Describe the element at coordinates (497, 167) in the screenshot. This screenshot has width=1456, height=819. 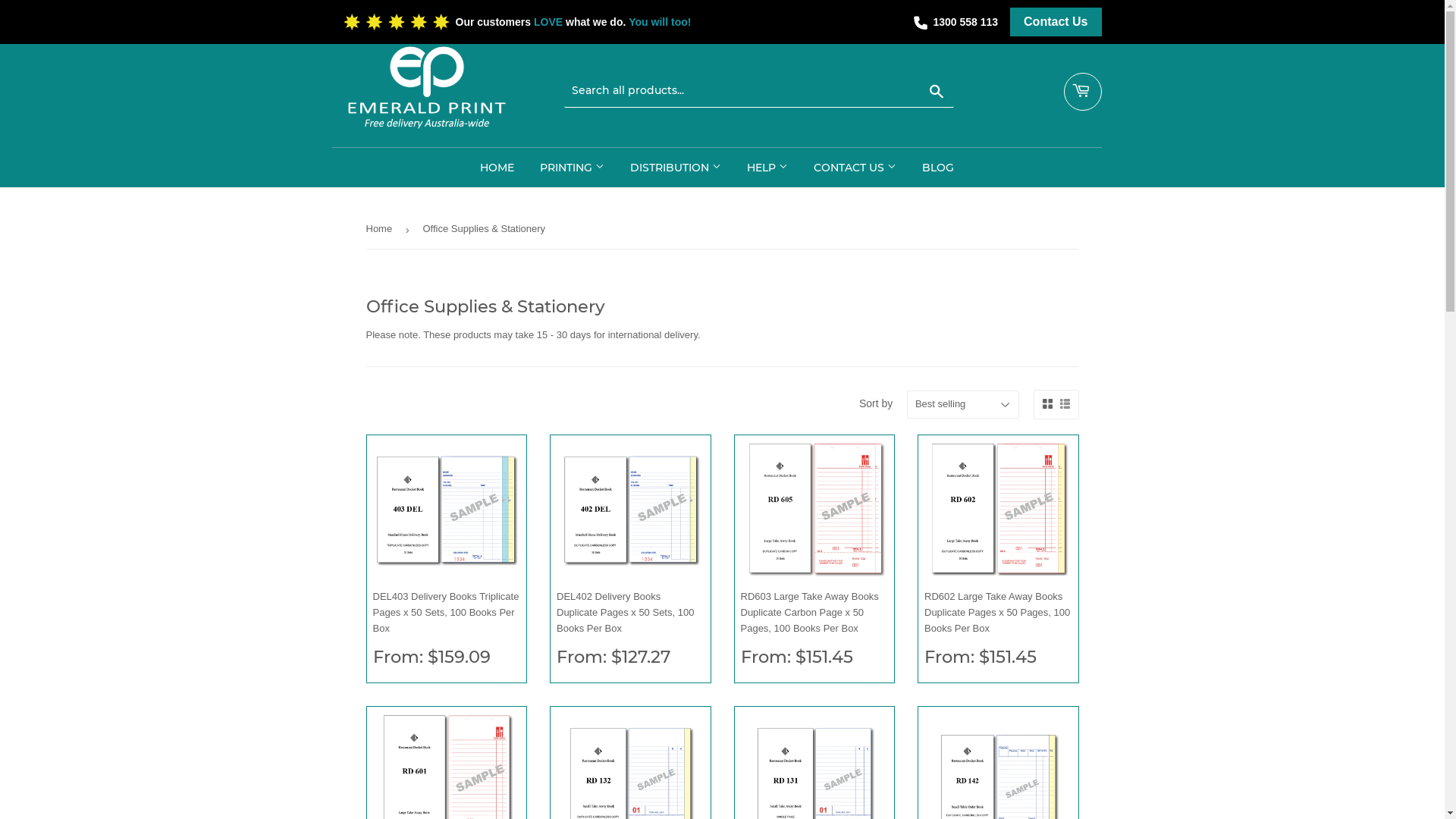
I see `'HOME'` at that location.